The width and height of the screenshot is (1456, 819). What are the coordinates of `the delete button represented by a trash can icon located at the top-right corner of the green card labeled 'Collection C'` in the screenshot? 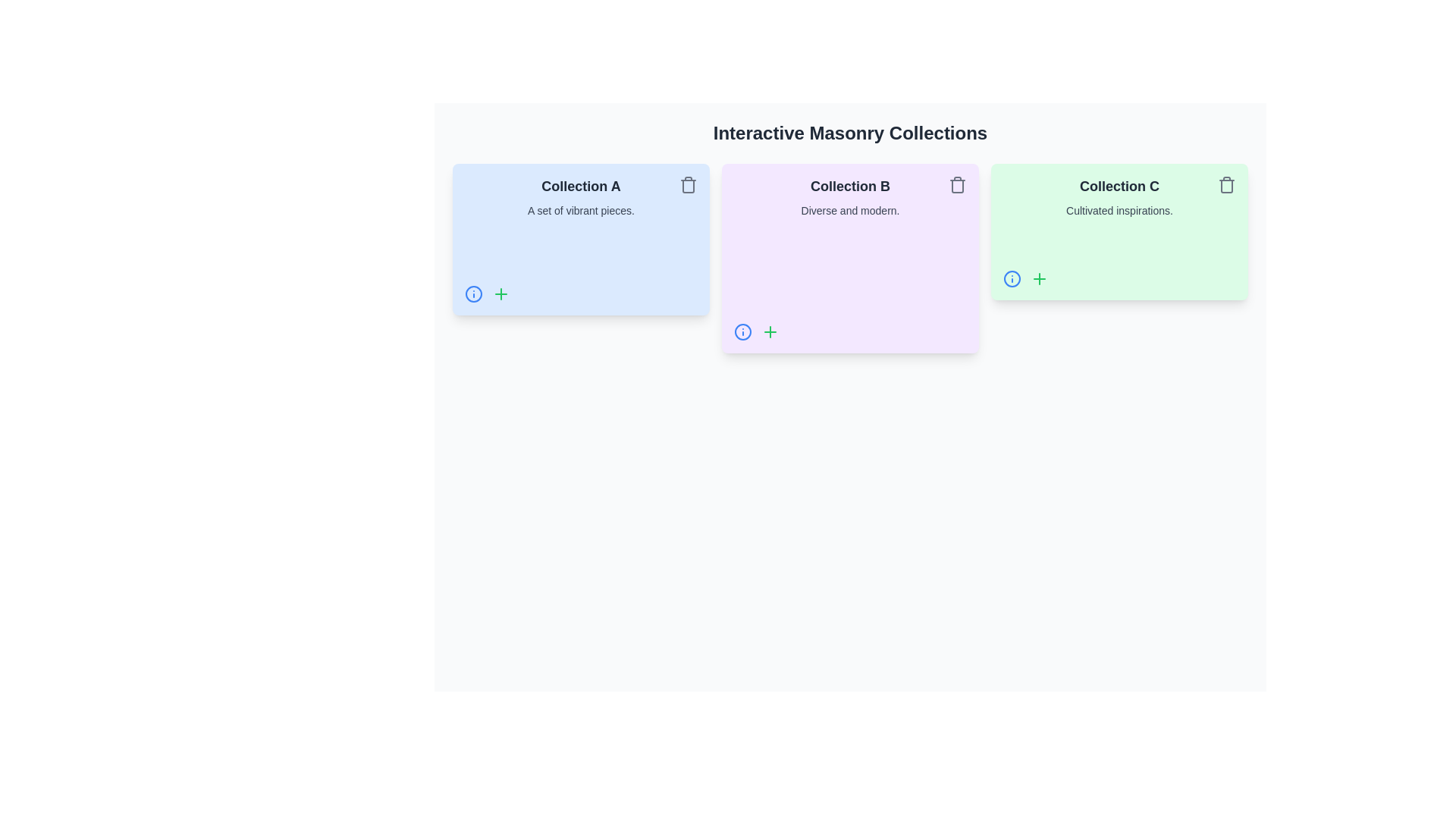 It's located at (1226, 186).